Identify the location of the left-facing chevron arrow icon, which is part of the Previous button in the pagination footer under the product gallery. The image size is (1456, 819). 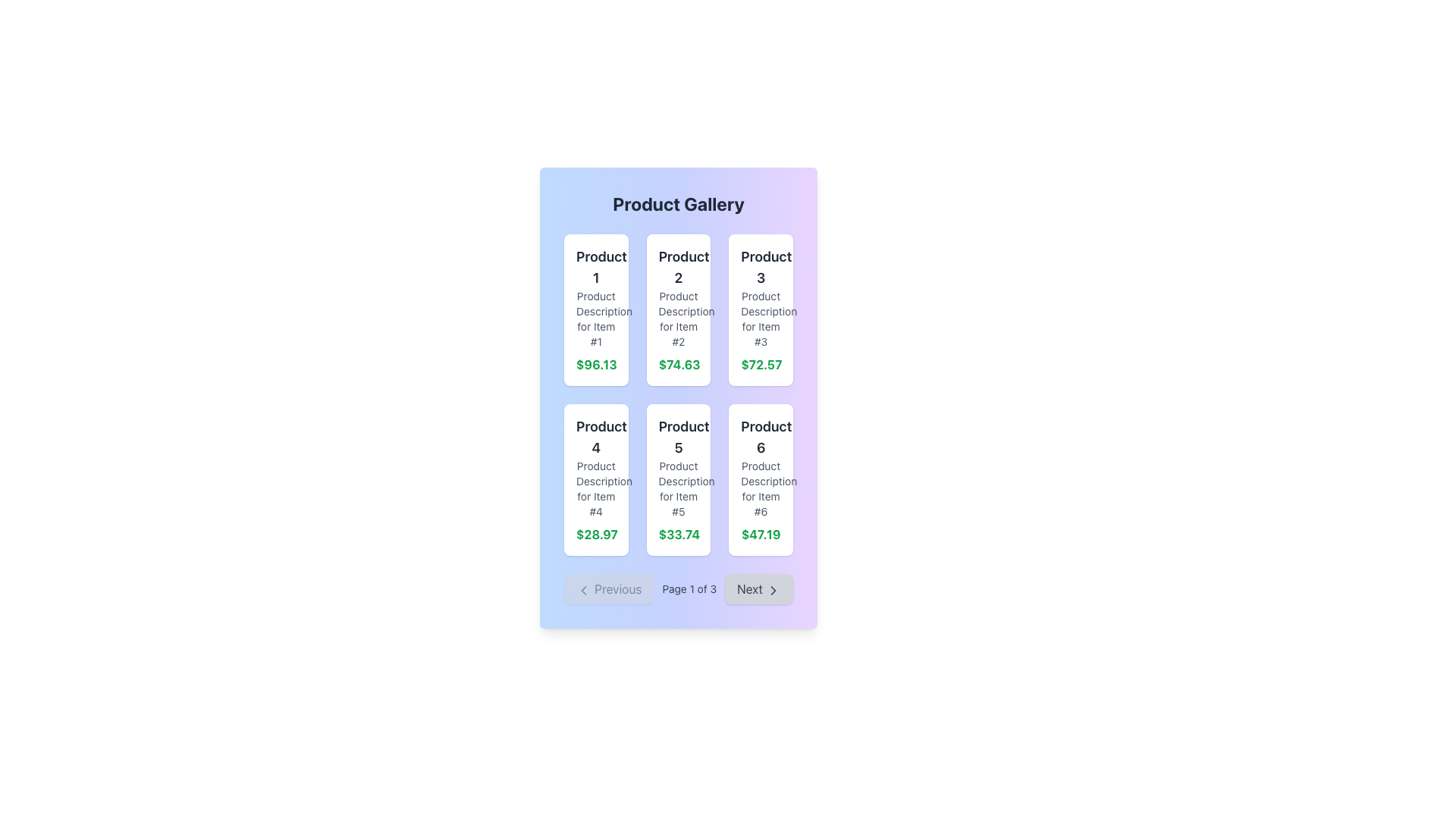
(582, 589).